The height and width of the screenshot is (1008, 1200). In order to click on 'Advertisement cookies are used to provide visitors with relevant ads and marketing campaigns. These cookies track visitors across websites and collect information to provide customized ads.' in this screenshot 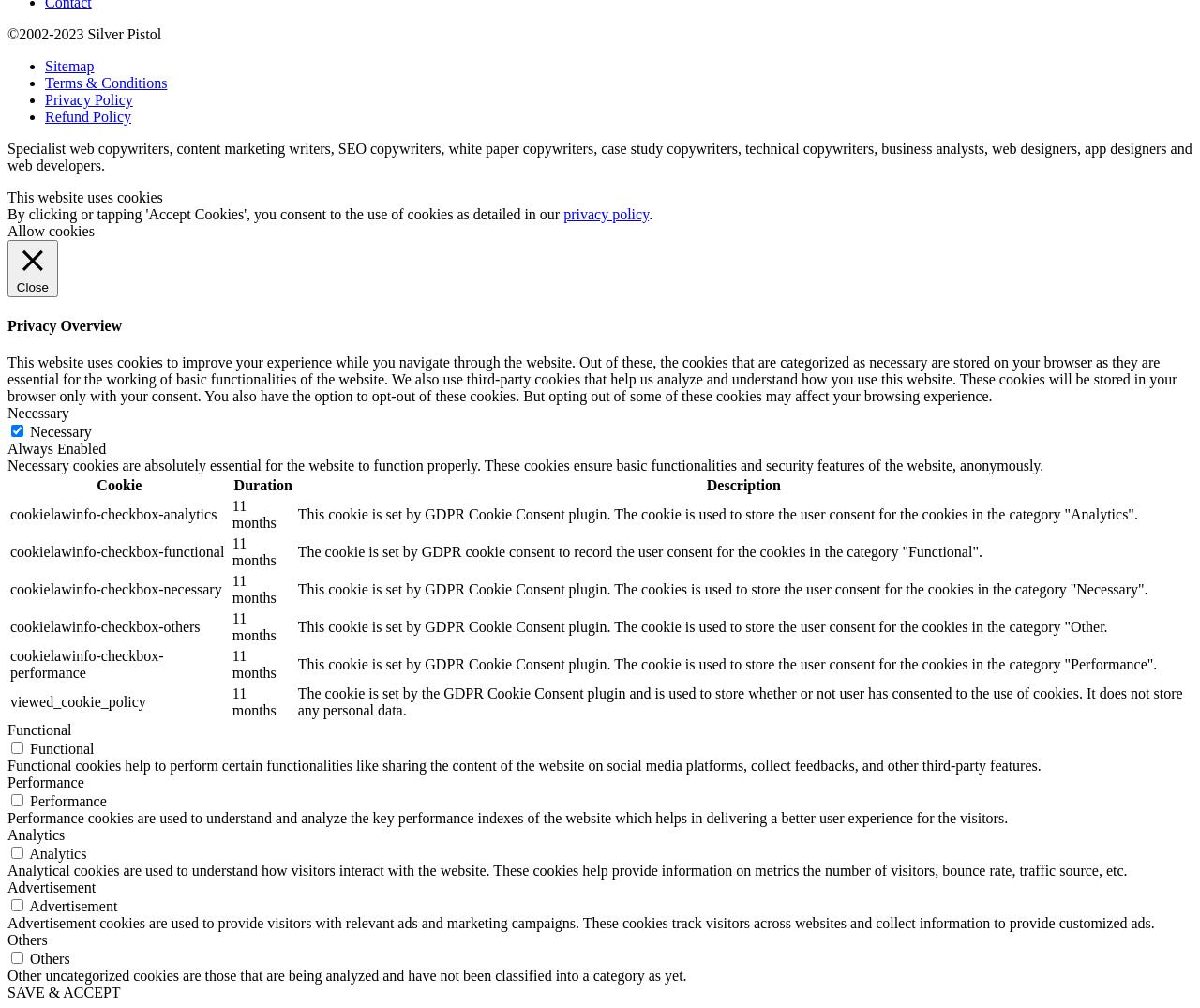, I will do `click(7, 922)`.